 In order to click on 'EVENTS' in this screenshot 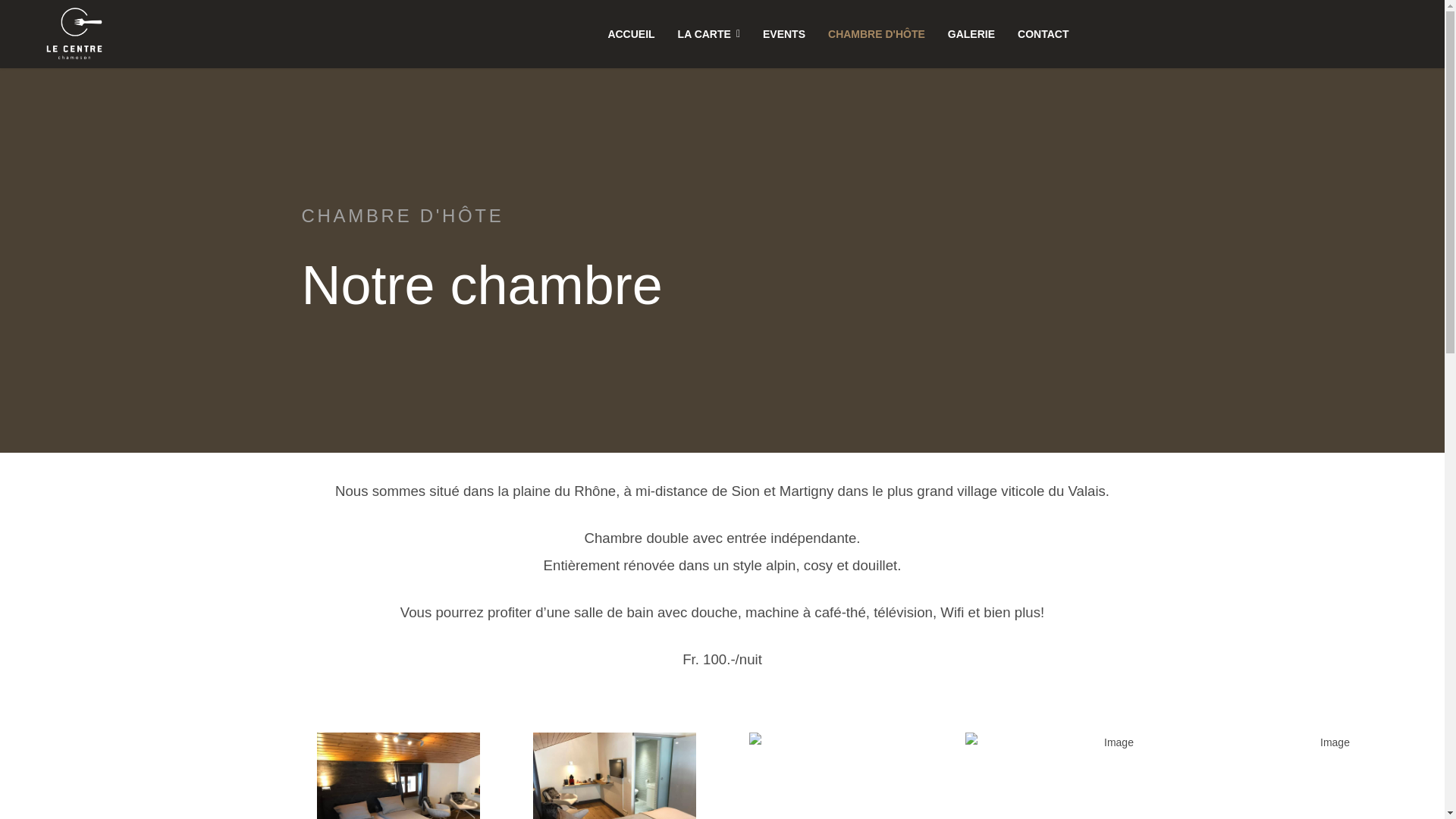, I will do `click(783, 34)`.